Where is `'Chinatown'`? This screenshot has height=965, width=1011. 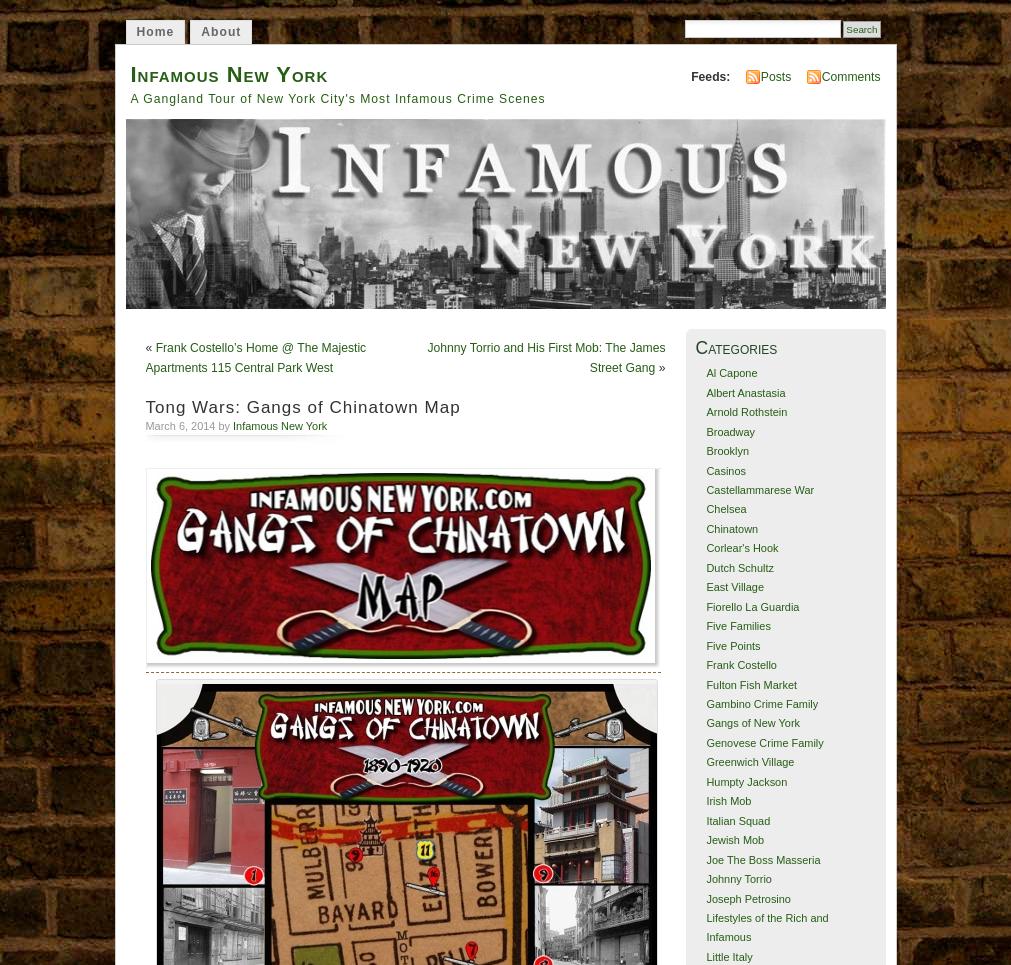 'Chinatown' is located at coordinates (730, 527).